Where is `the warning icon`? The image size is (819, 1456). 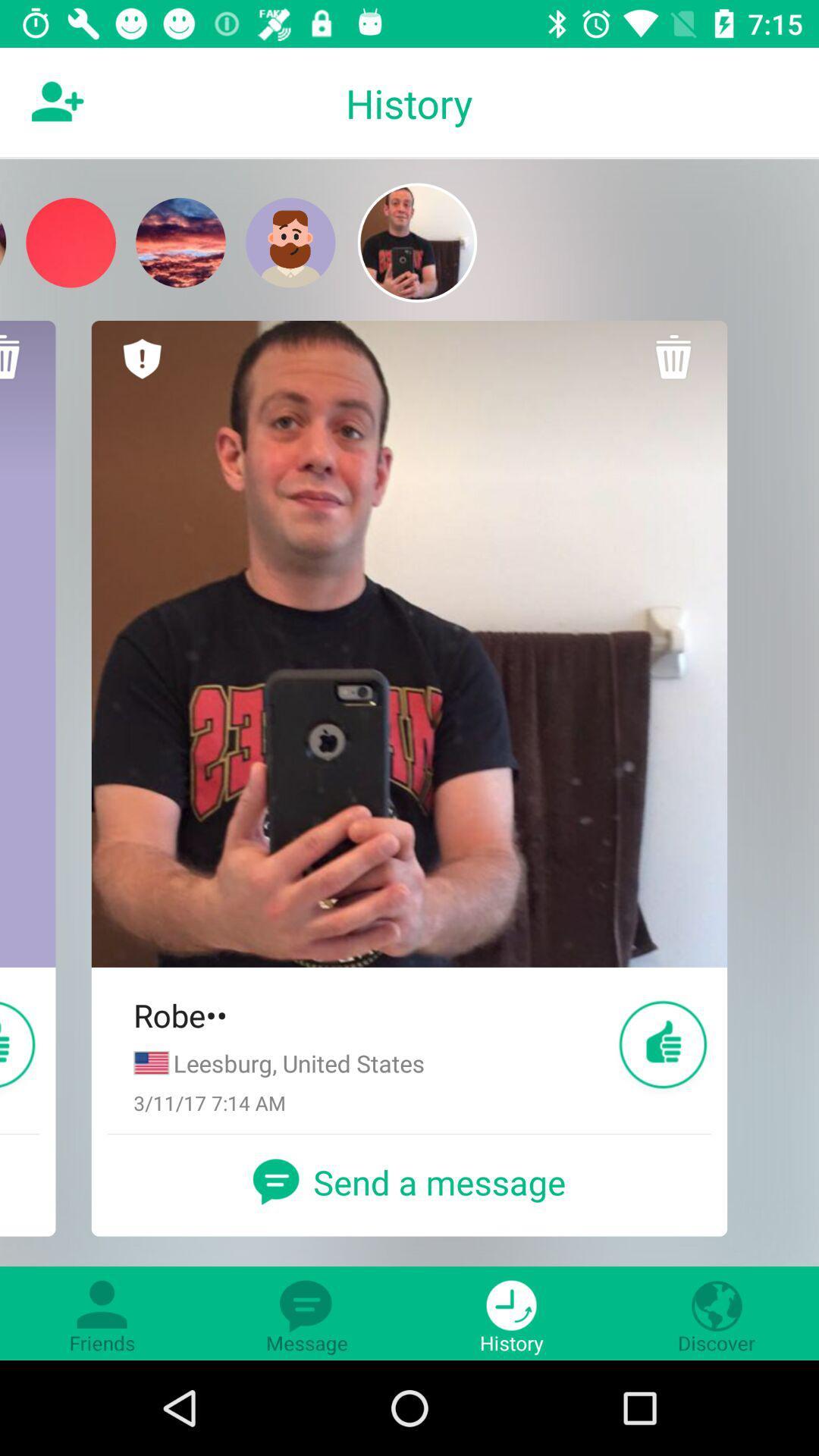 the warning icon is located at coordinates (143, 358).